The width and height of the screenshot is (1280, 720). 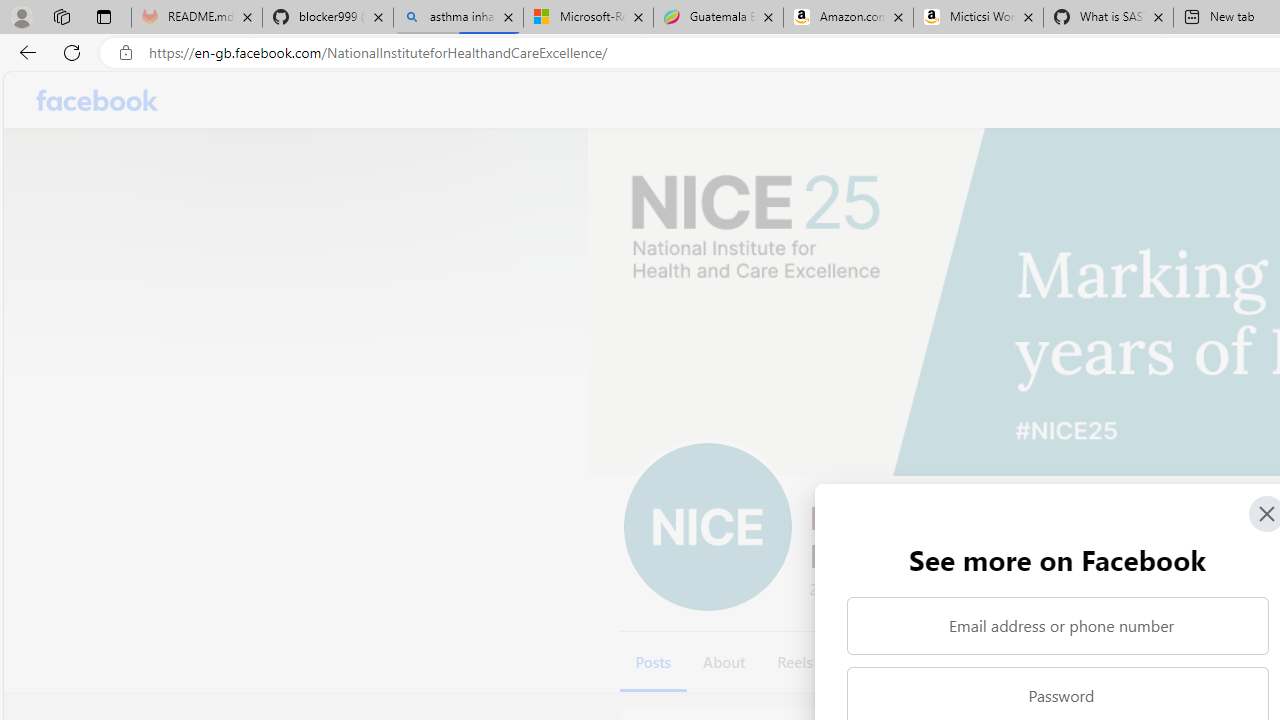 I want to click on 'Email address or phone number', so click(x=1056, y=625).